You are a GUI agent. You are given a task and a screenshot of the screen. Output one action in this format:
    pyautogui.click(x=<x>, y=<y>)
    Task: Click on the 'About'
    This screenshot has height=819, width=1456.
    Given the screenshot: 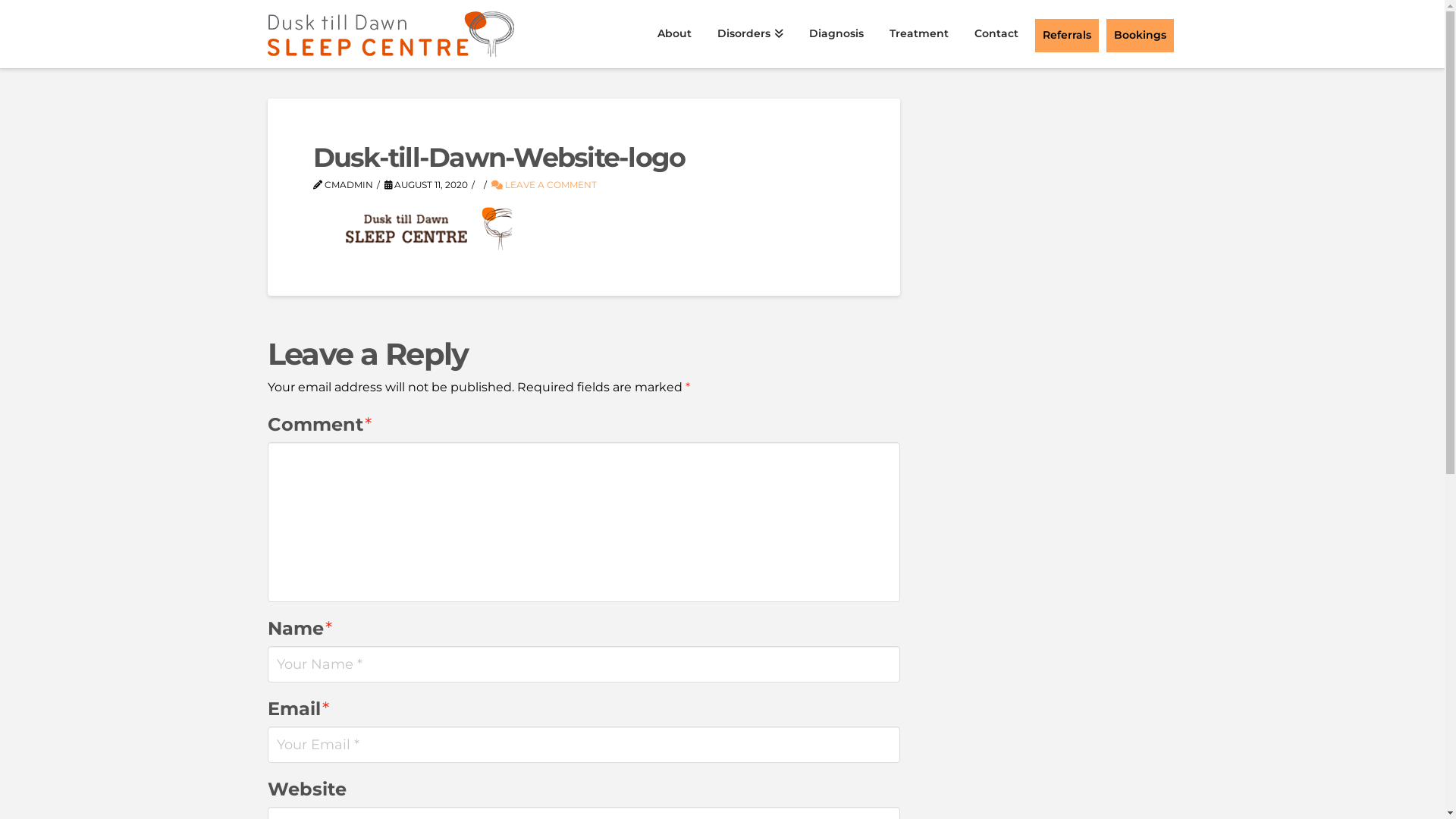 What is the action you would take?
    pyautogui.click(x=644, y=34)
    